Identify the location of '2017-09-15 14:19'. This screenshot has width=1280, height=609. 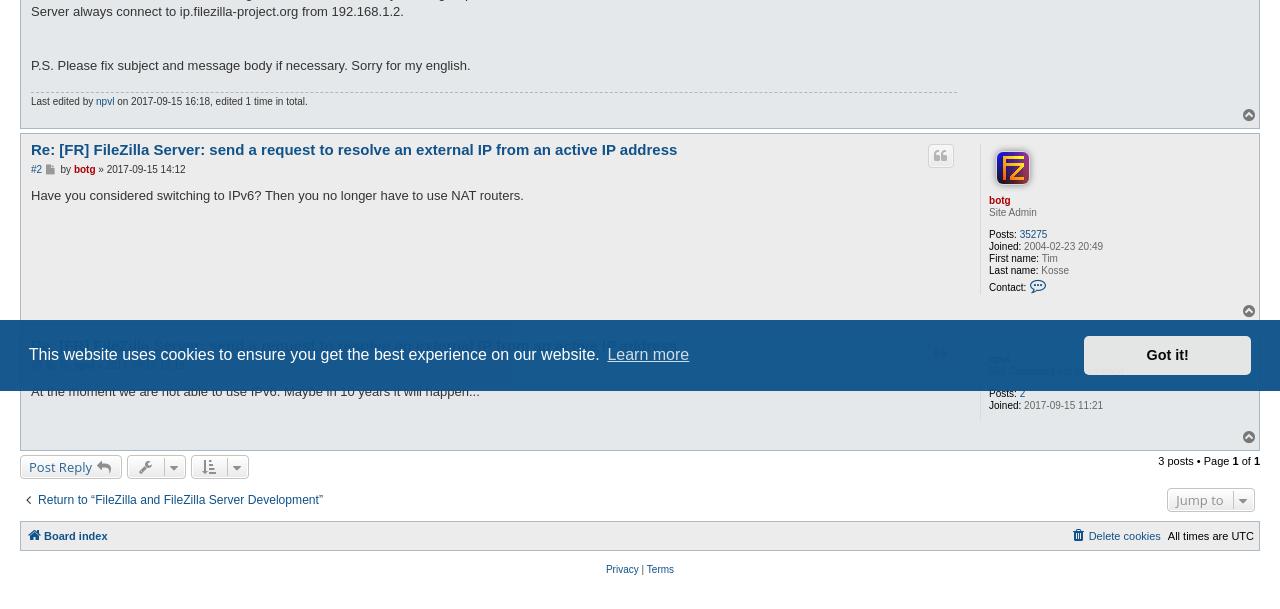
(143, 364).